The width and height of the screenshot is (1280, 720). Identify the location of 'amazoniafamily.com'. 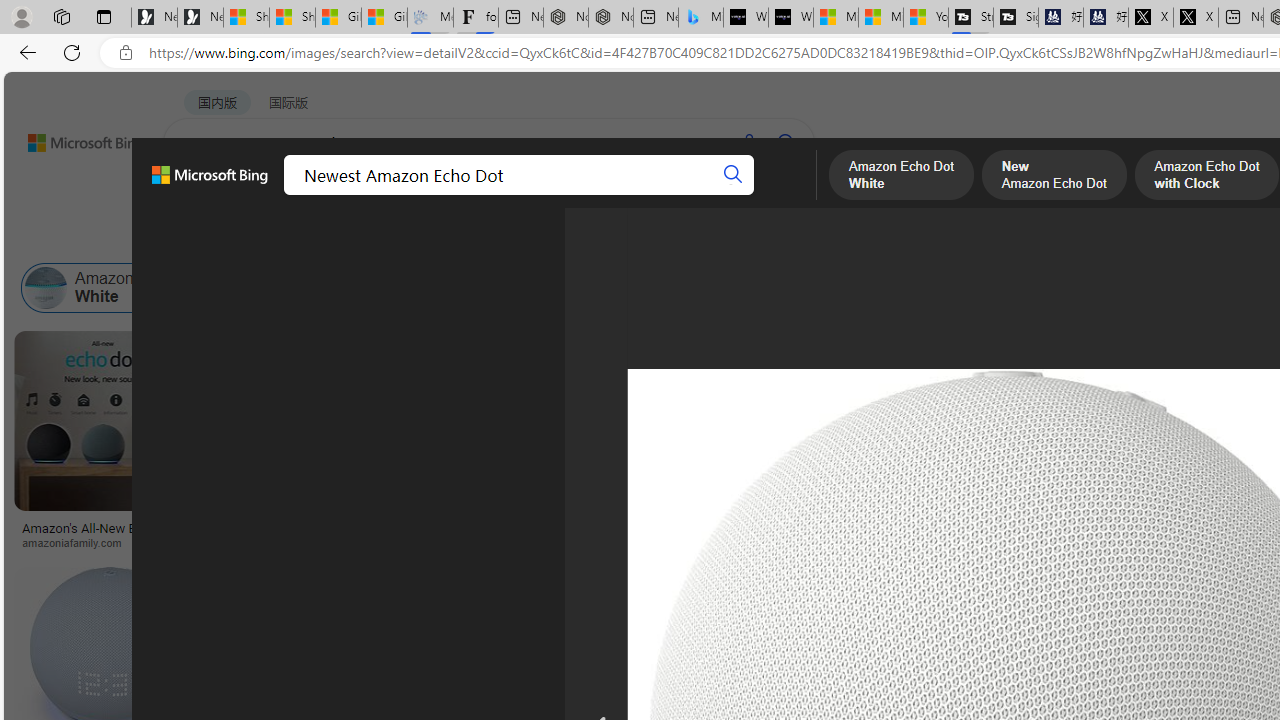
(101, 542).